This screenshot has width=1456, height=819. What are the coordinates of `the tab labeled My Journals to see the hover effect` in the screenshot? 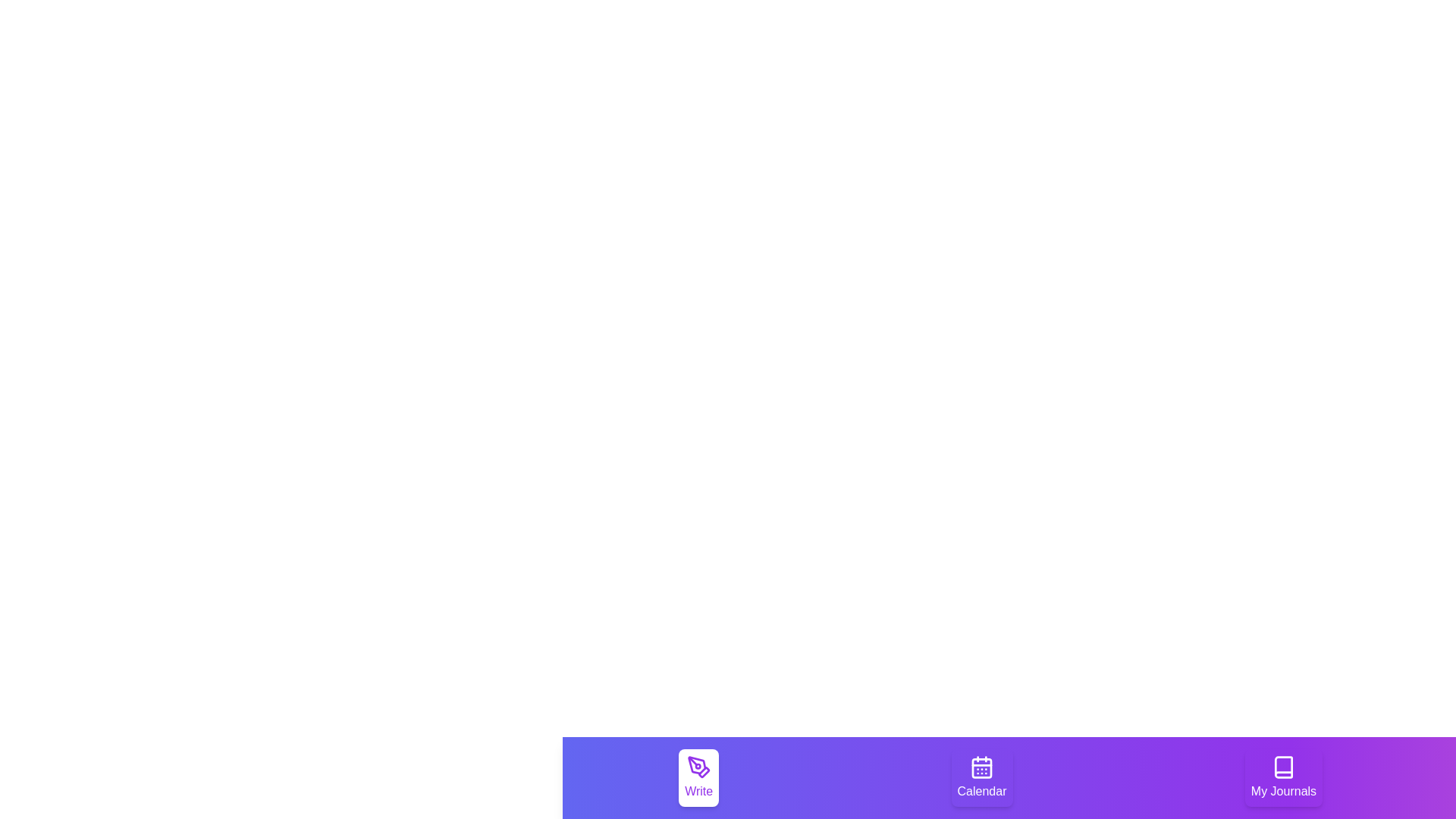 It's located at (1283, 778).